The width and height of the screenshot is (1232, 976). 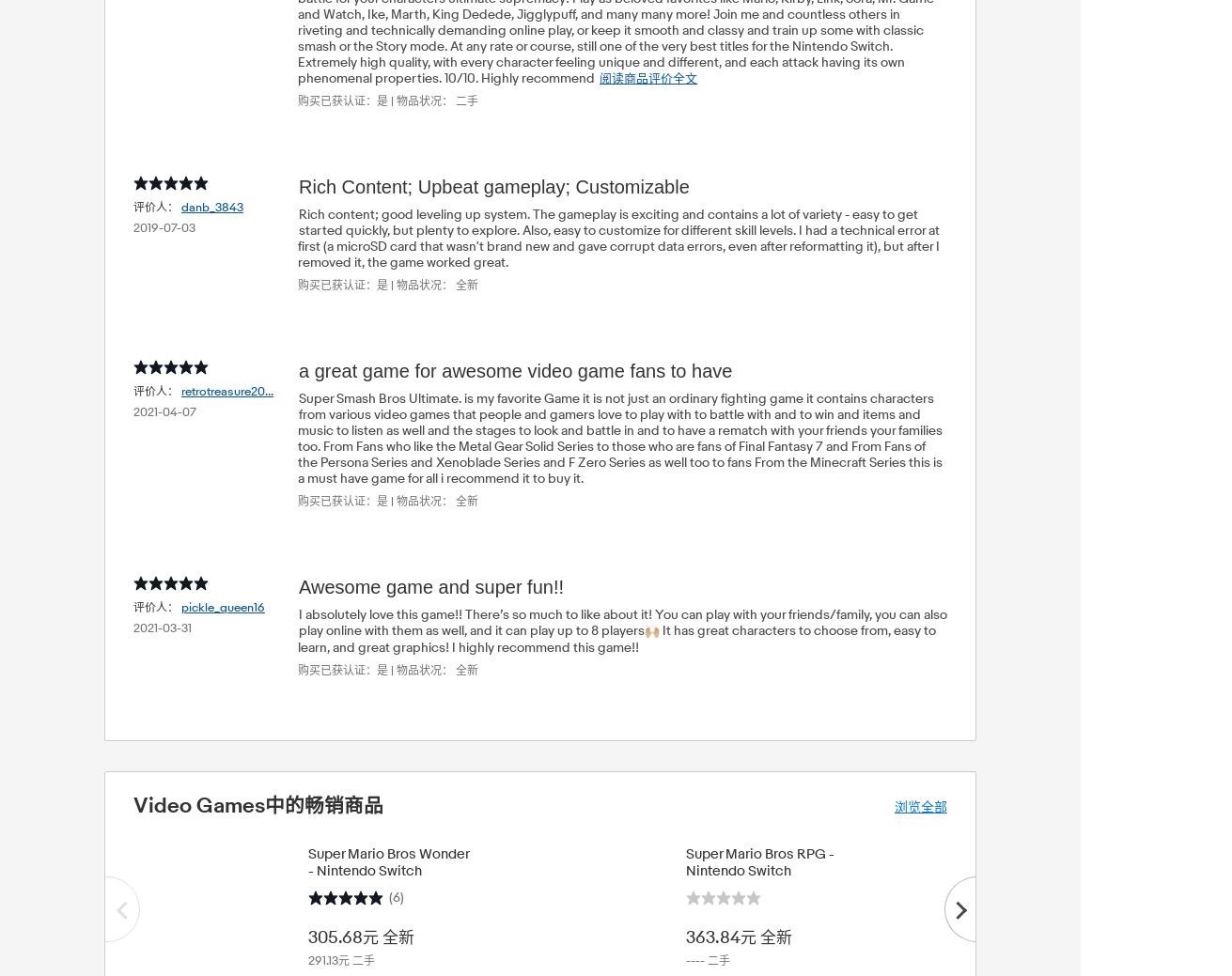 What do you see at coordinates (164, 411) in the screenshot?
I see `'2021-04-07'` at bounding box center [164, 411].